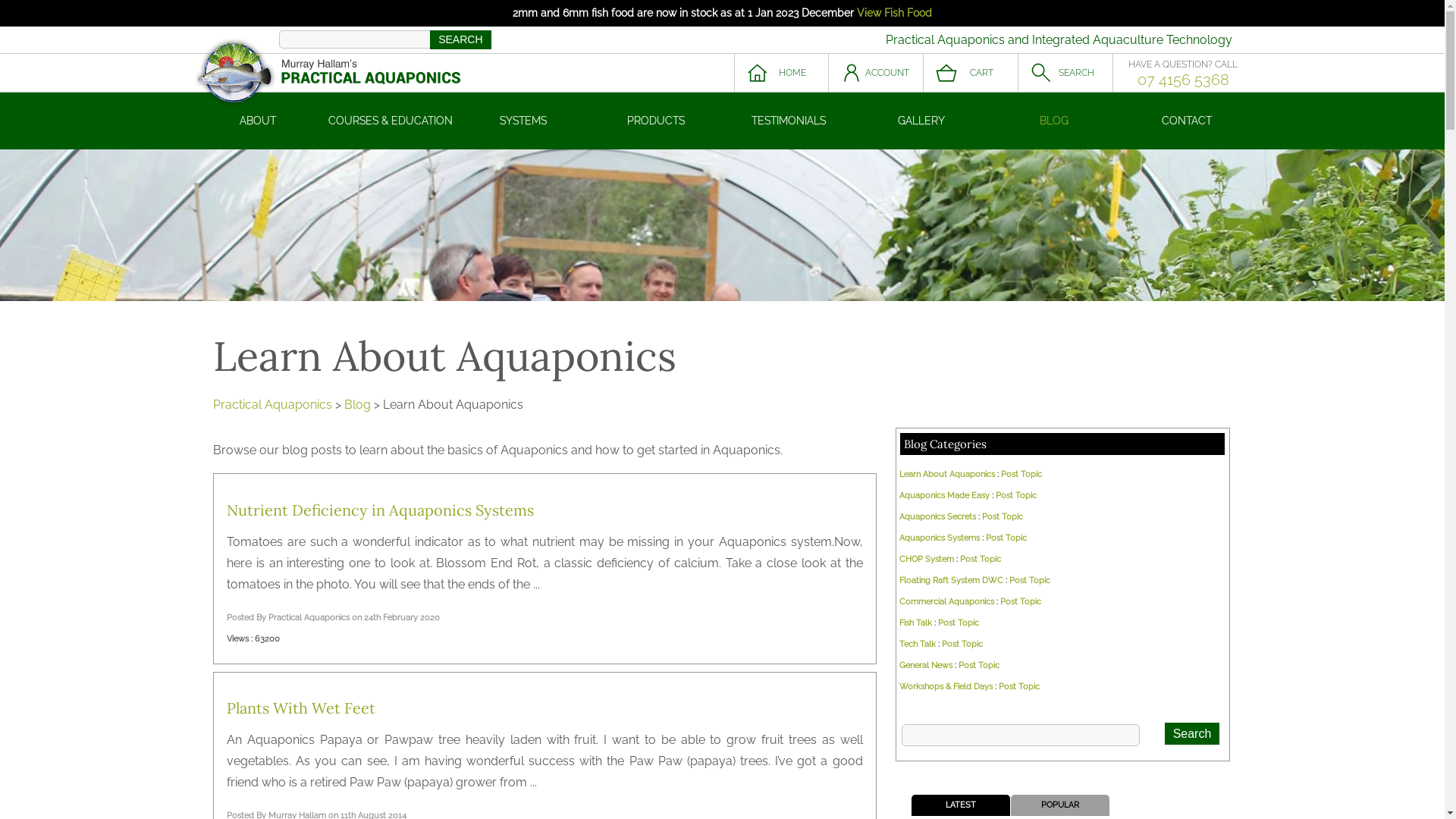 The height and width of the screenshot is (819, 1456). I want to click on 'GALLERY', so click(921, 120).